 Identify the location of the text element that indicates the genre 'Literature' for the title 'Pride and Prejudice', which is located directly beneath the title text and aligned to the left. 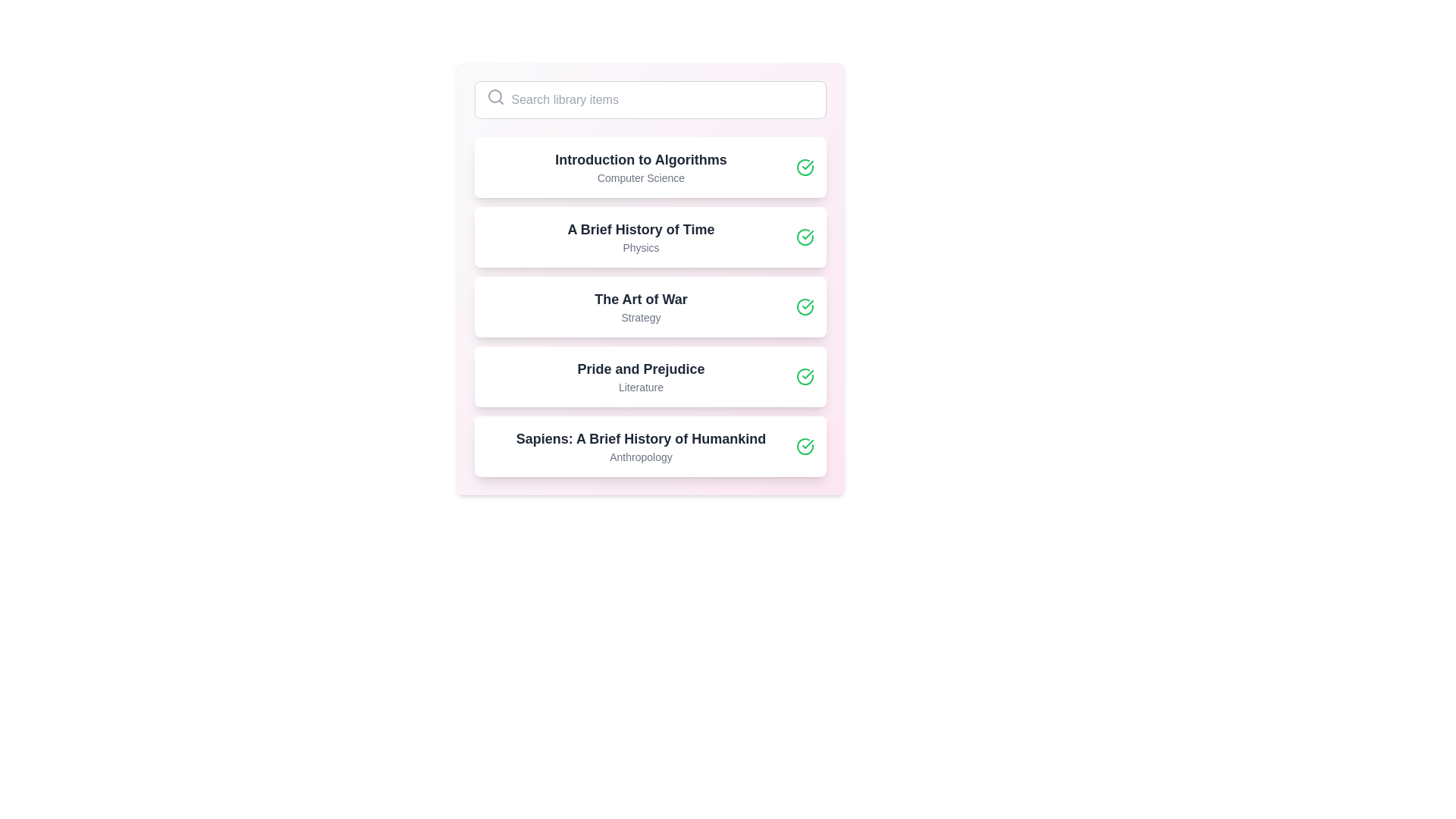
(641, 386).